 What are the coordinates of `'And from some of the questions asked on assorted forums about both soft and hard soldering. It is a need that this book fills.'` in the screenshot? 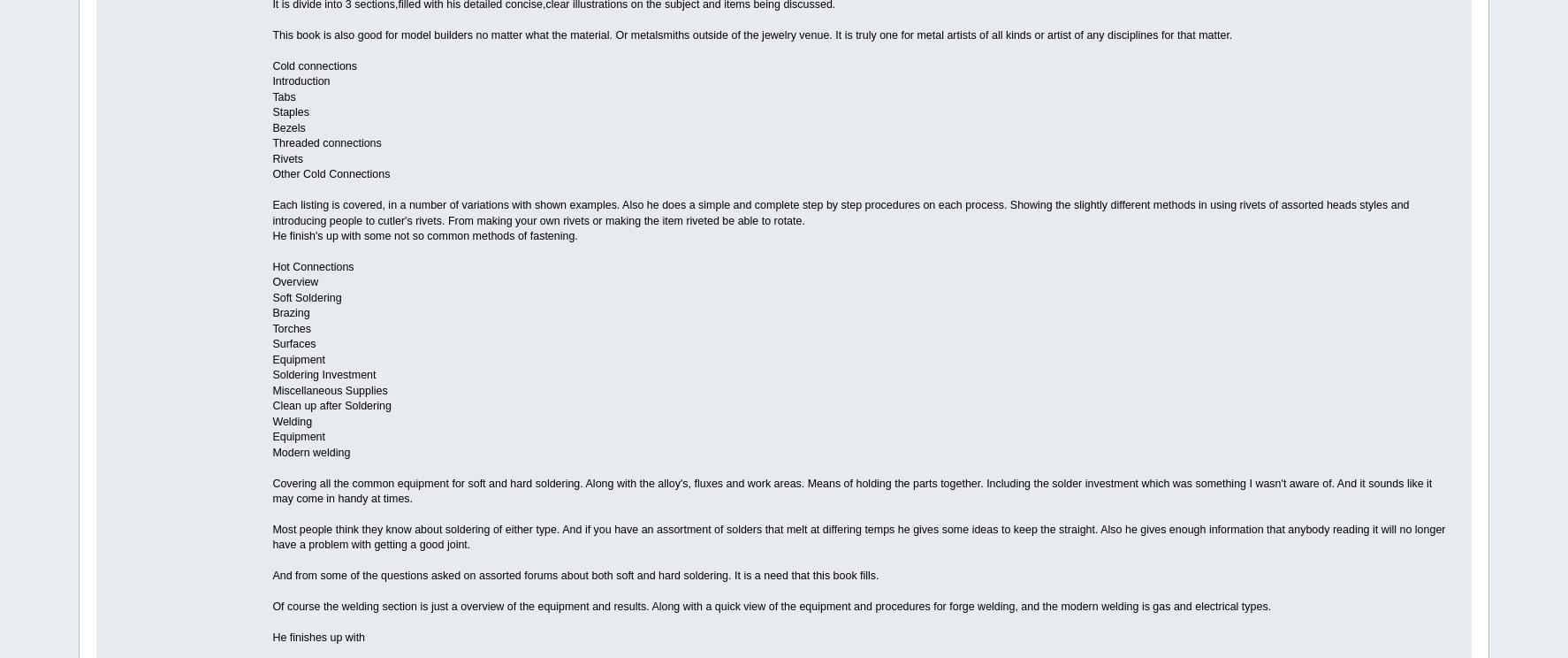 It's located at (575, 576).